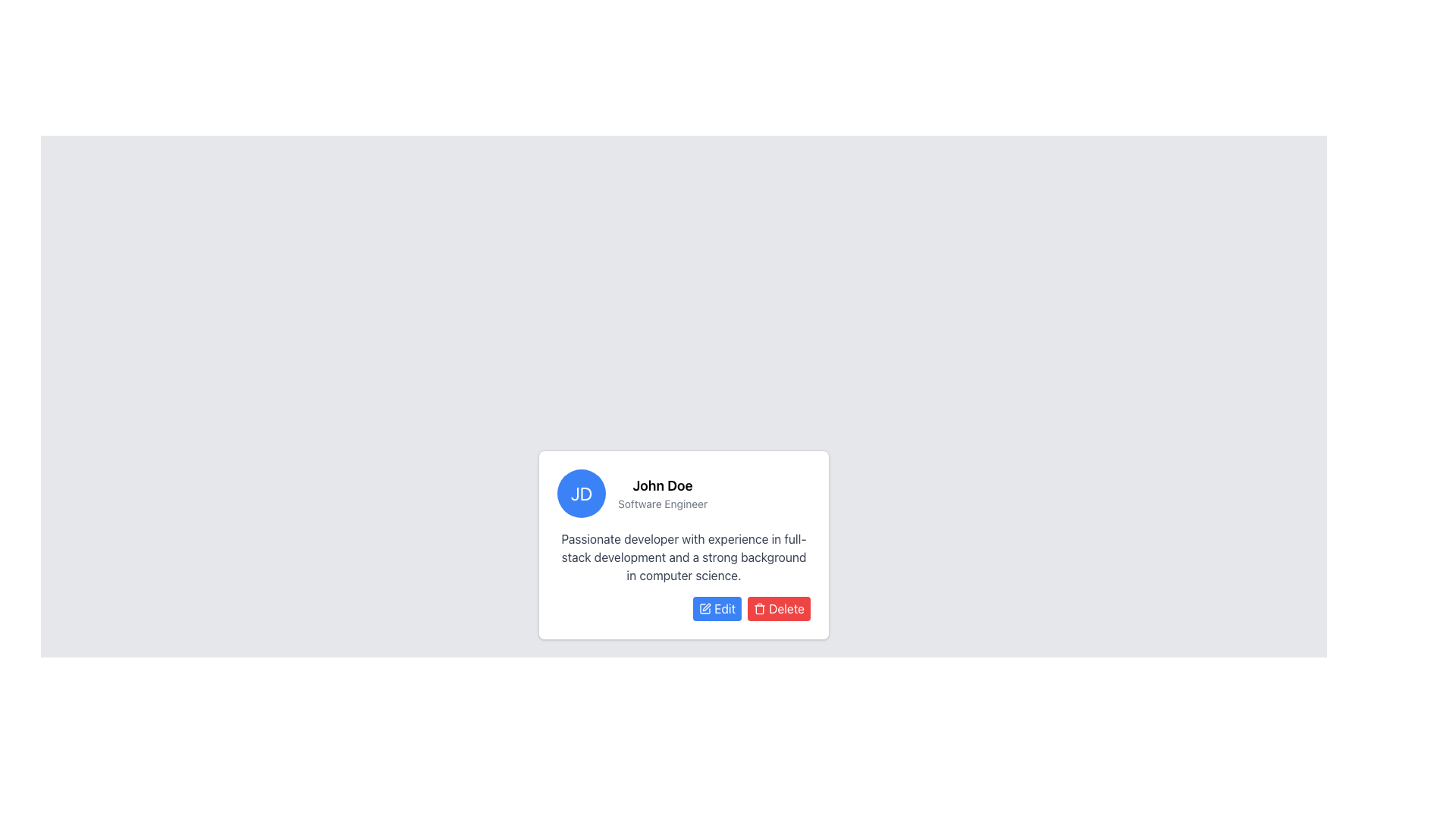  I want to click on the edit icon located within the 'Edit' button, positioned to the left of the button text, so click(704, 607).